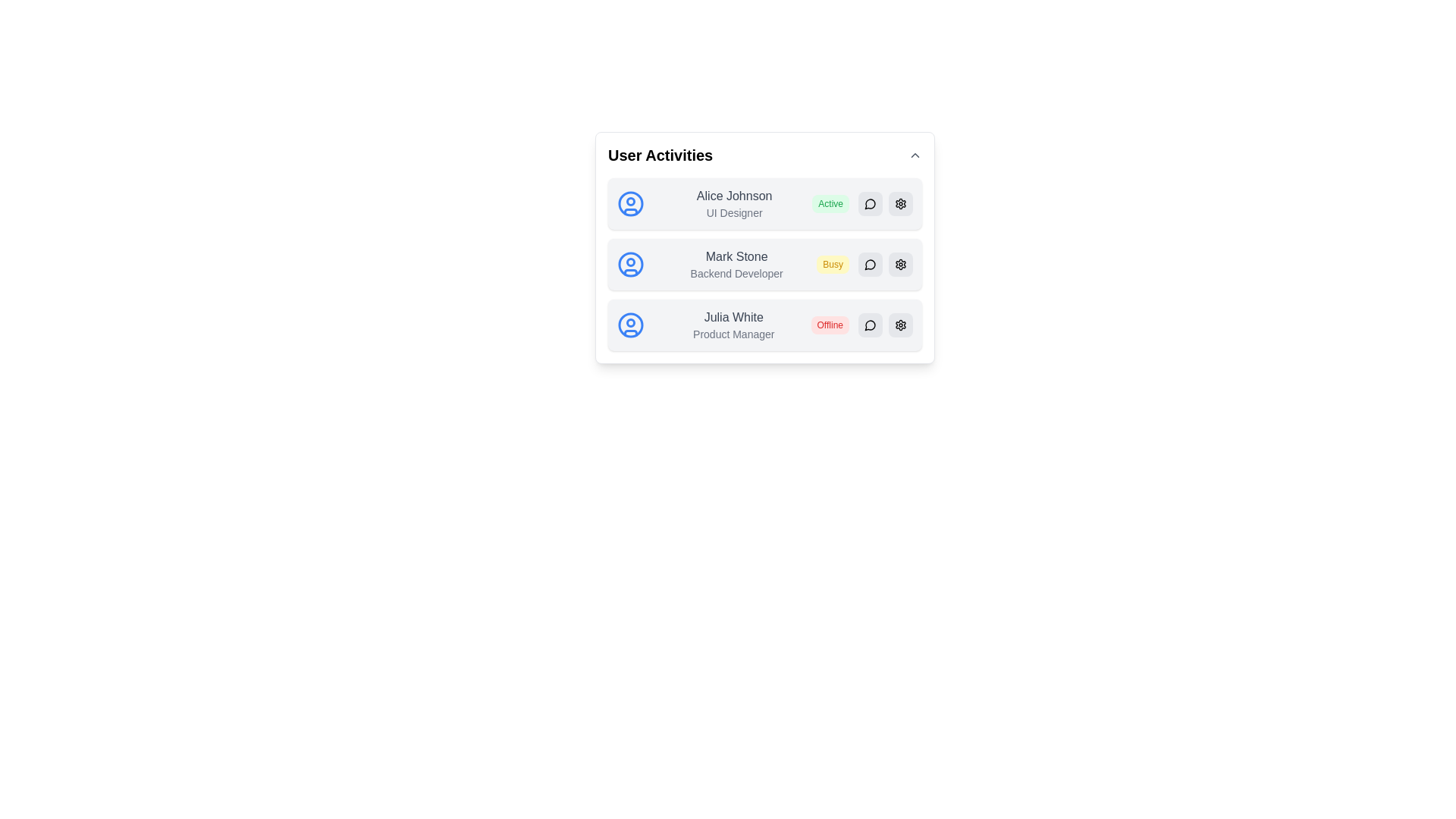 This screenshot has height=819, width=1456. What do you see at coordinates (734, 195) in the screenshot?
I see `the static text displaying the name 'Alice Johnson' in gray color, located in the 'User Activities' panel, at the topmost row of user information` at bounding box center [734, 195].